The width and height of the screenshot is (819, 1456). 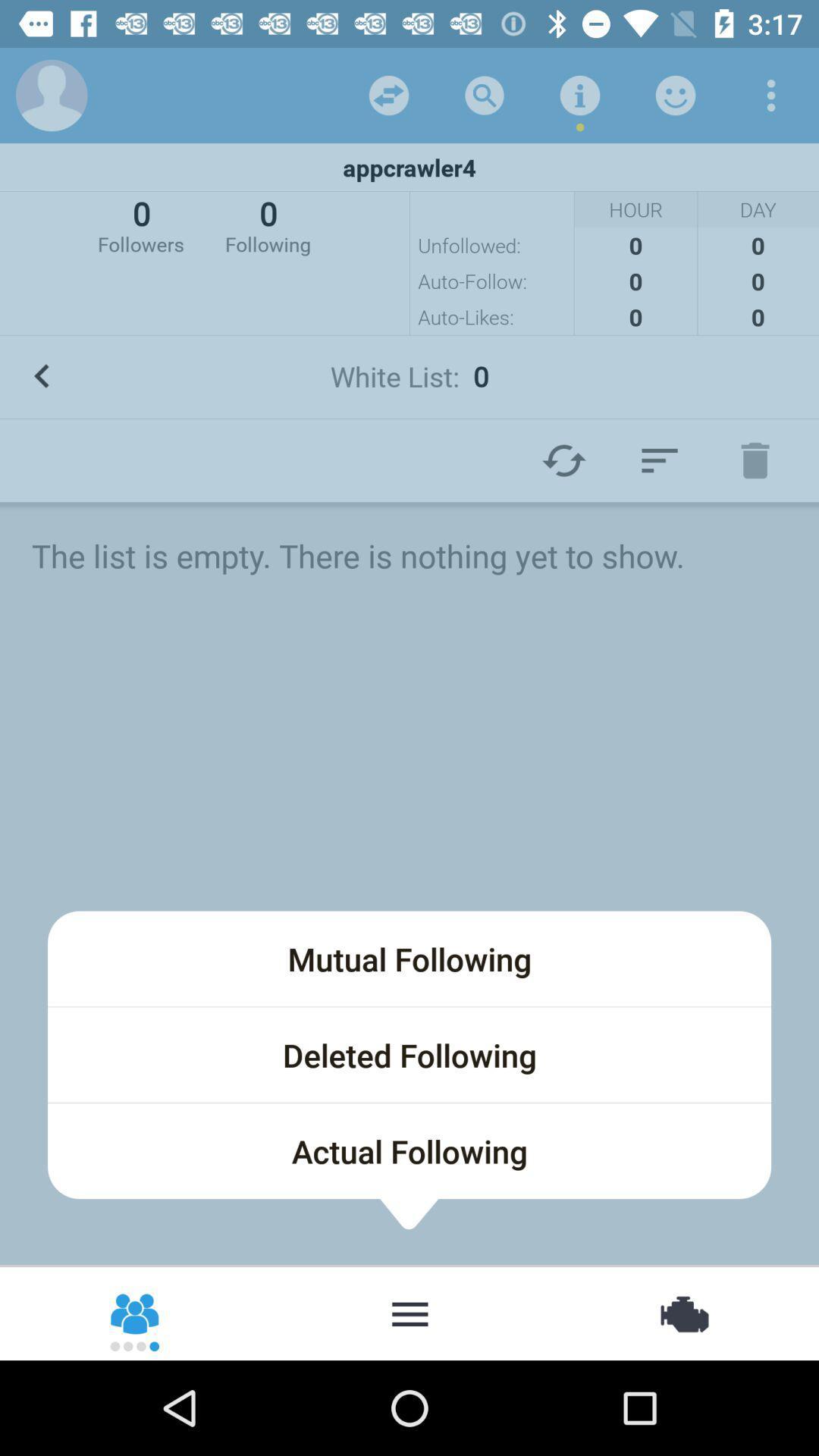 What do you see at coordinates (771, 94) in the screenshot?
I see `item above the appcrawler4 icon` at bounding box center [771, 94].